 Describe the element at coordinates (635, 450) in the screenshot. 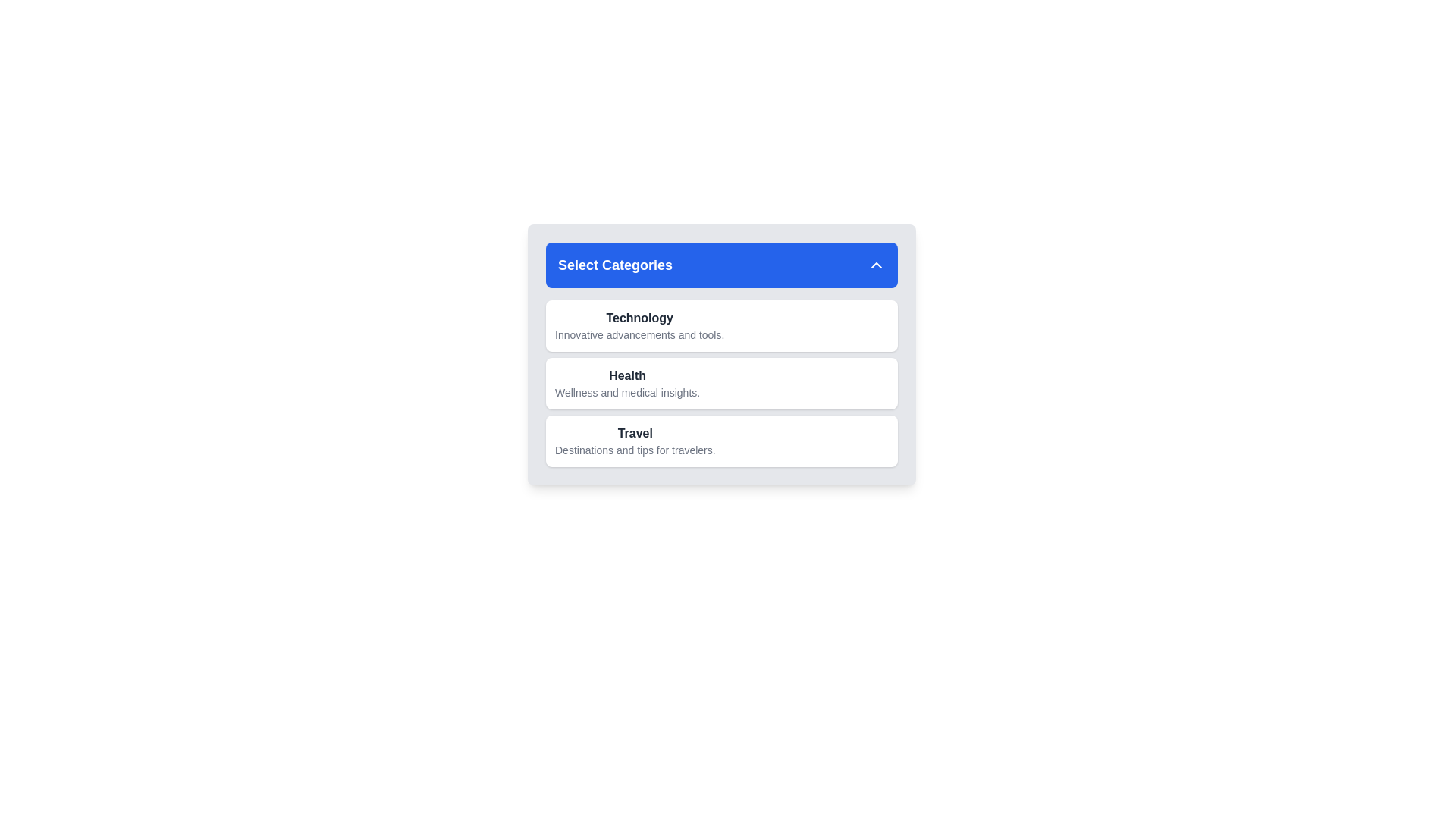

I see `text label that says 'Destinations and tips for travelers.' positioned beneath the 'Travel' heading` at that location.